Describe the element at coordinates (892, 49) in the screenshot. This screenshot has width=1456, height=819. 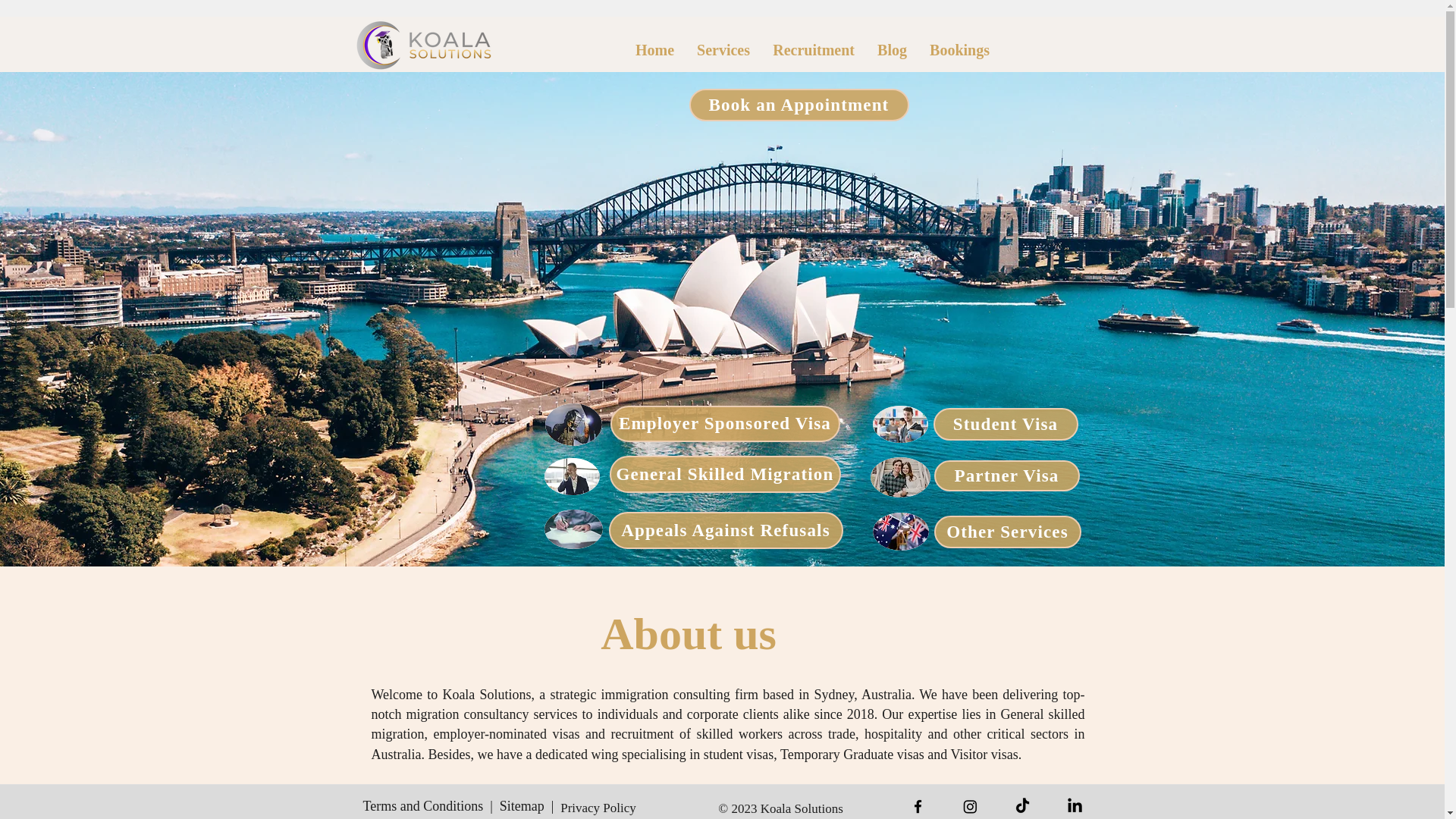
I see `'Blog'` at that location.